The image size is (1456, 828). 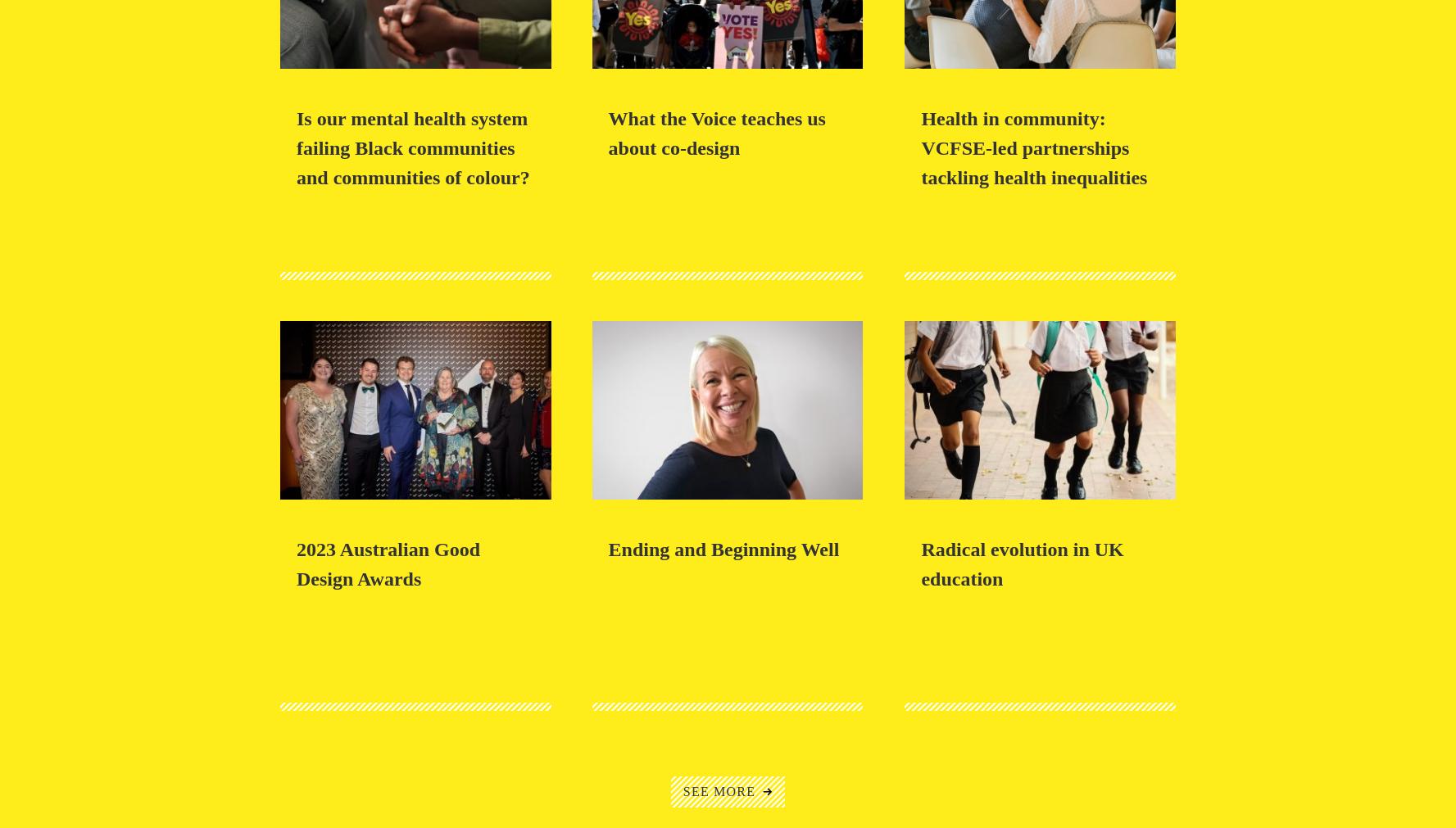 What do you see at coordinates (411, 739) in the screenshot?
I see `'Co-design of new WA model out-of-home care wins Gold at the 2023 Australian Good Design Awards'` at bounding box center [411, 739].